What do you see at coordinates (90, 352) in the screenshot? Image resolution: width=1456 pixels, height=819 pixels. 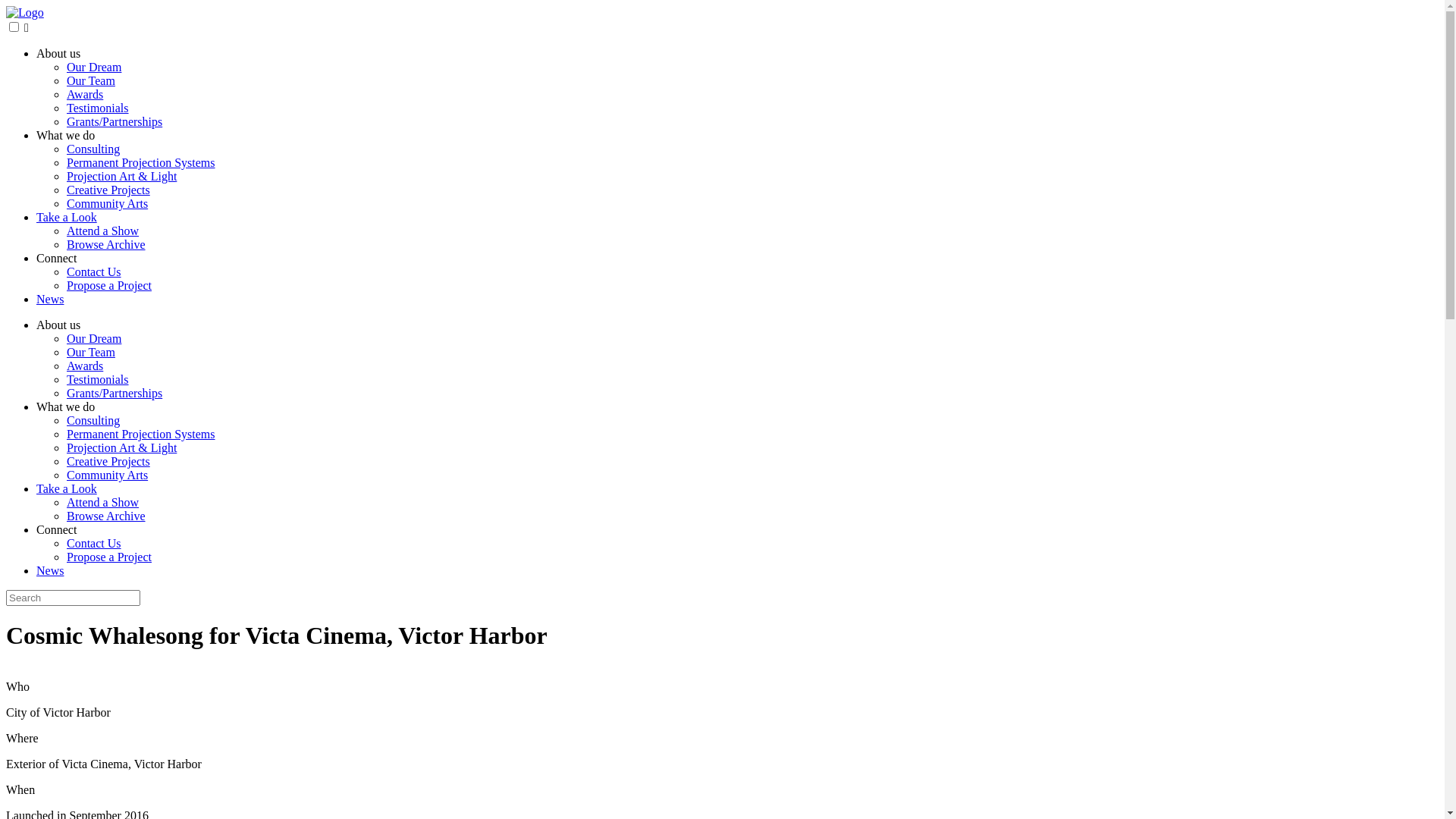 I see `'Our Team'` at bounding box center [90, 352].